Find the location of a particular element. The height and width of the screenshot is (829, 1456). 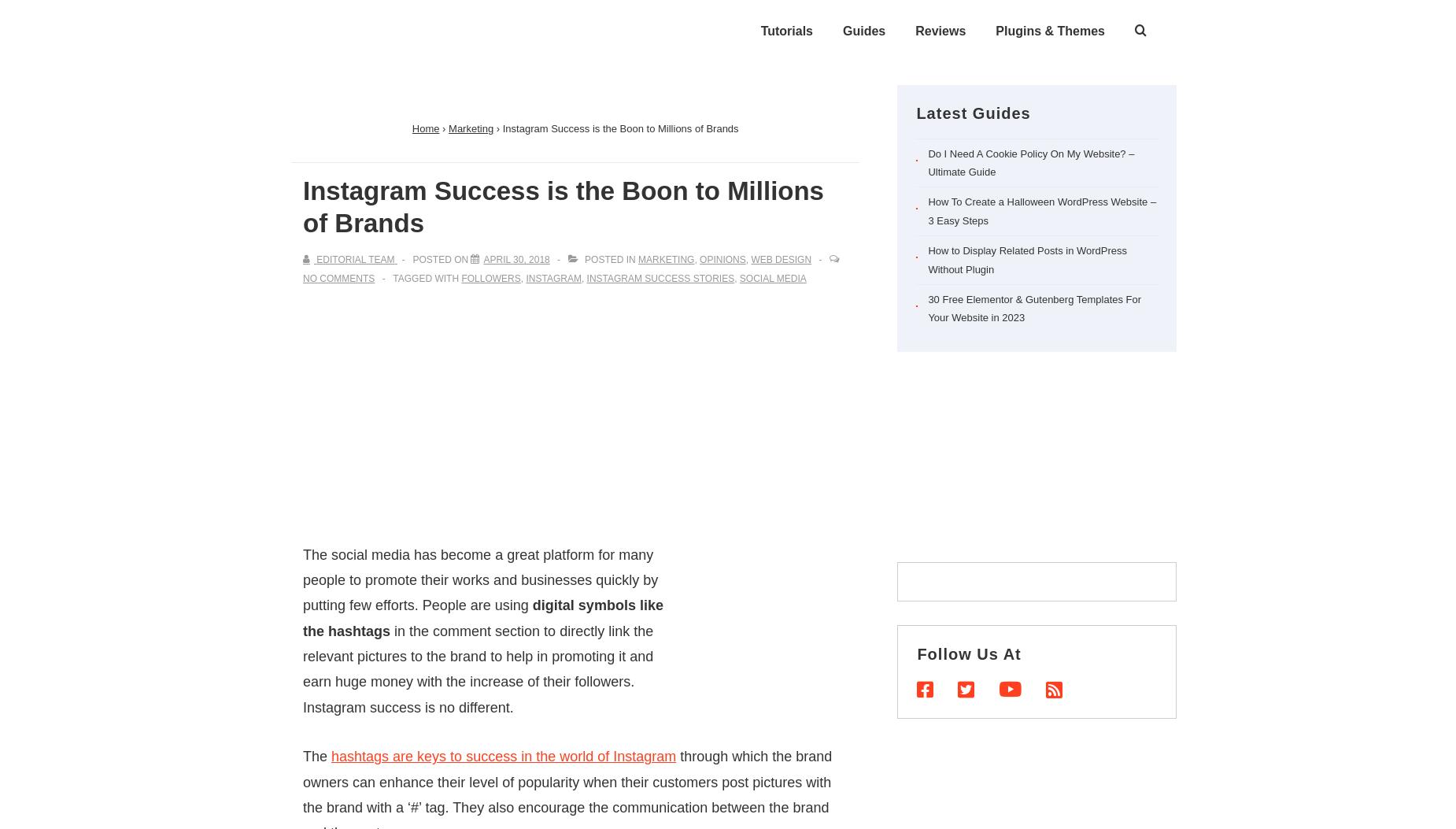

'Tagged with' is located at coordinates (427, 276).